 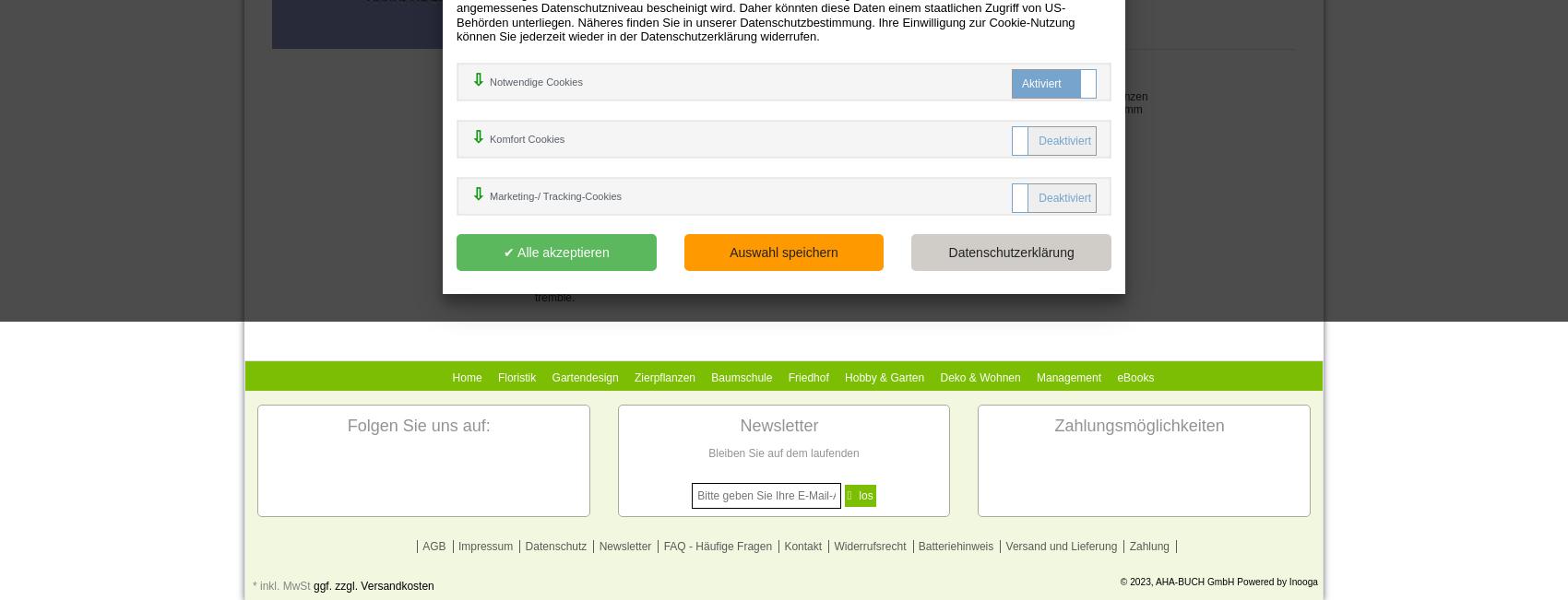 I want to click on 'Impressum', so click(x=484, y=545).